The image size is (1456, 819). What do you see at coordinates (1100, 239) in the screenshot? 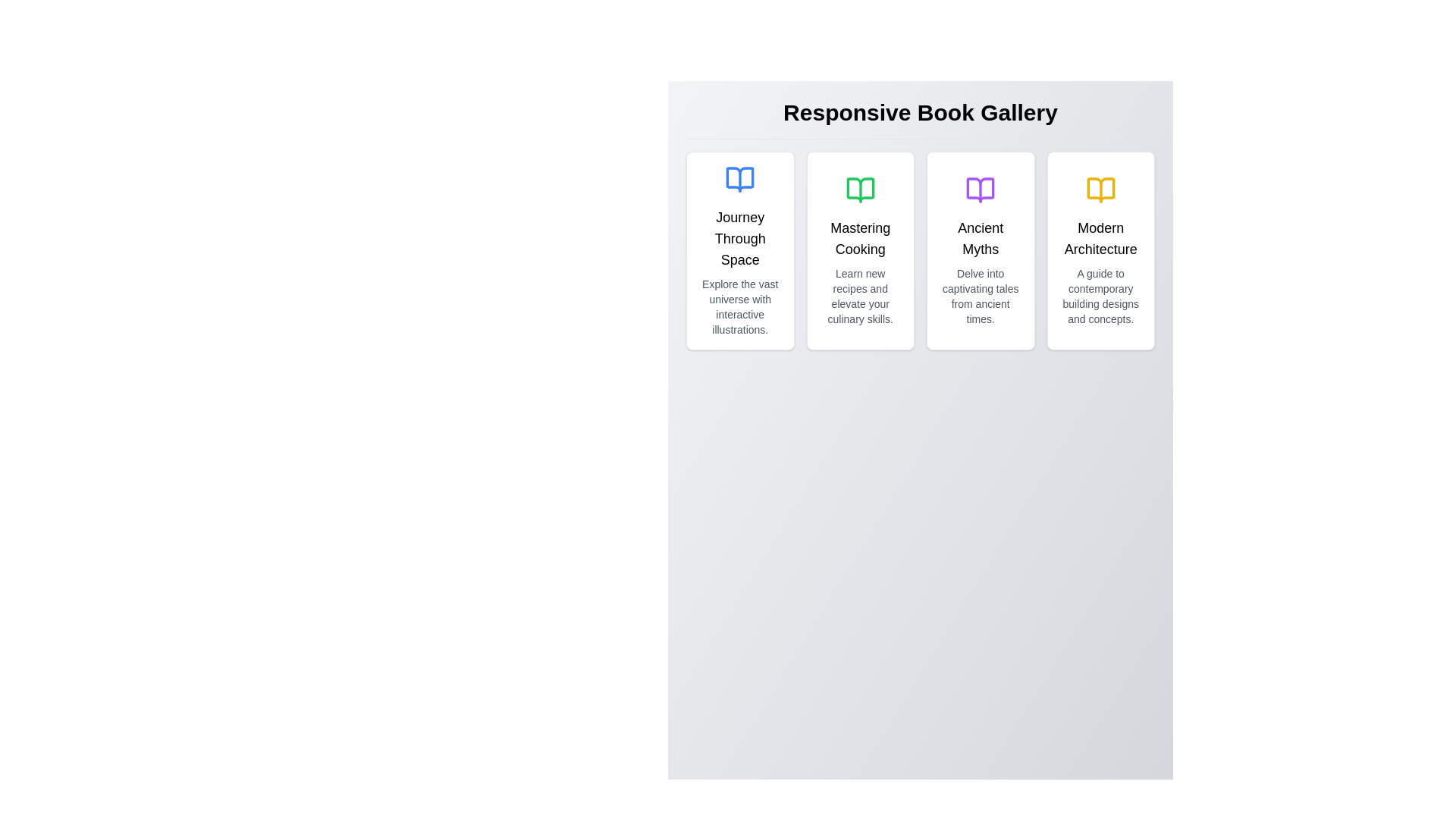
I see `the text label identifying the topic of 'Modern Architecture'` at bounding box center [1100, 239].